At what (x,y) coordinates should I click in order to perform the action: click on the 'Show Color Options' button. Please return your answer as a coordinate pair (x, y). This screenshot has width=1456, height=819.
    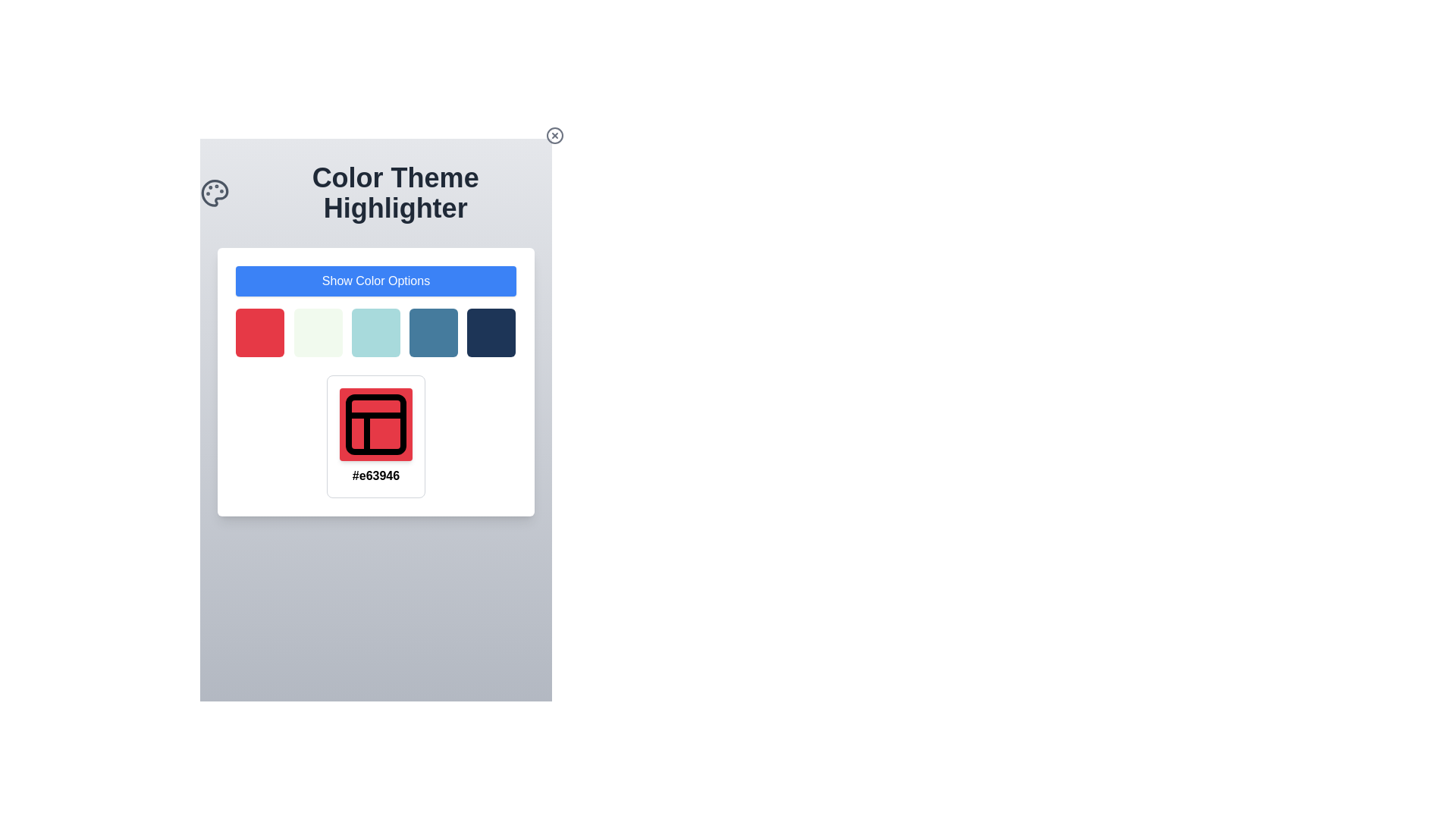
    Looking at the image, I should click on (375, 281).